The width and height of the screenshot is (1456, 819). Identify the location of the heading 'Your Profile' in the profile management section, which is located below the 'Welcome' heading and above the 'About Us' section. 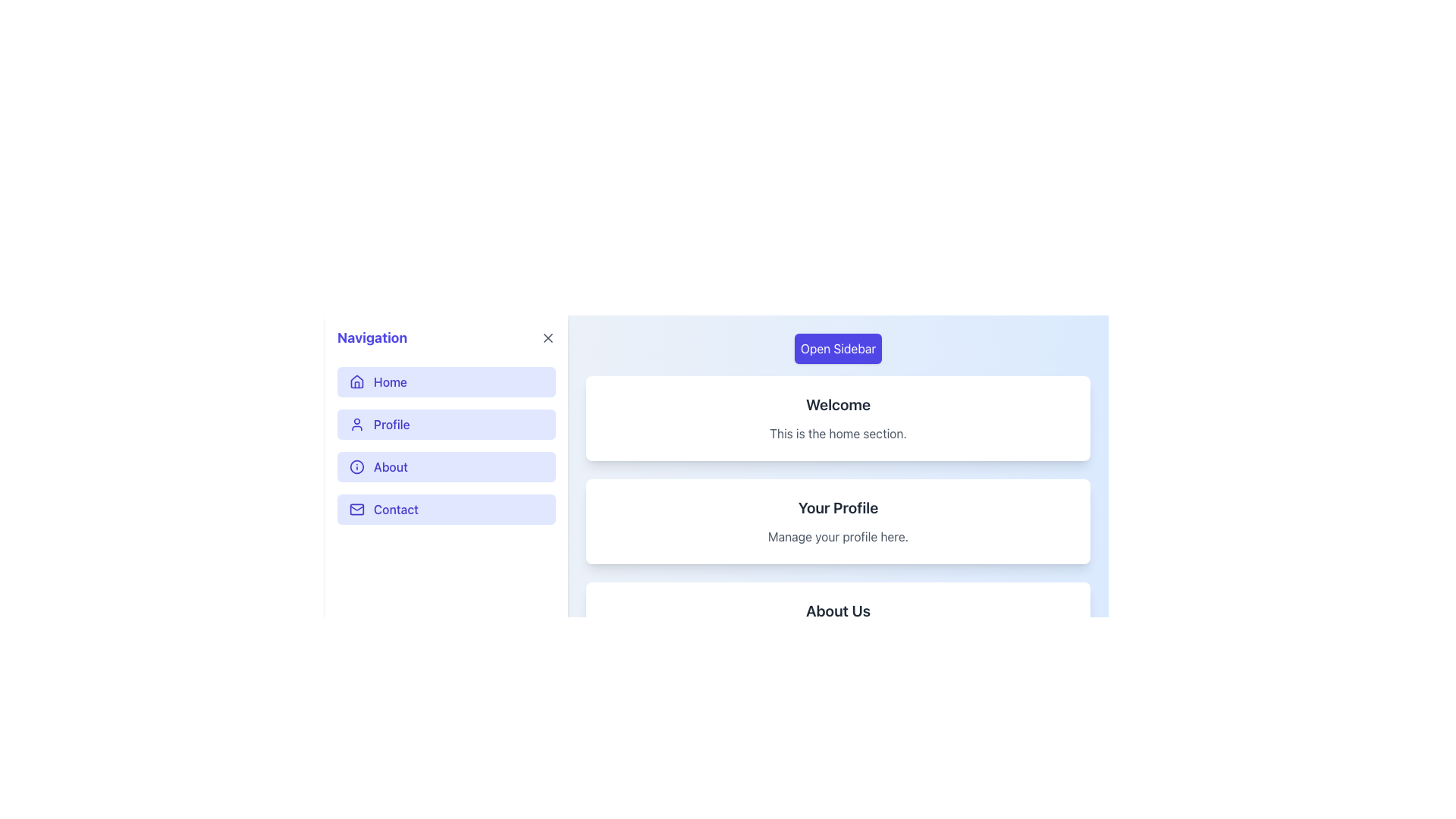
(837, 508).